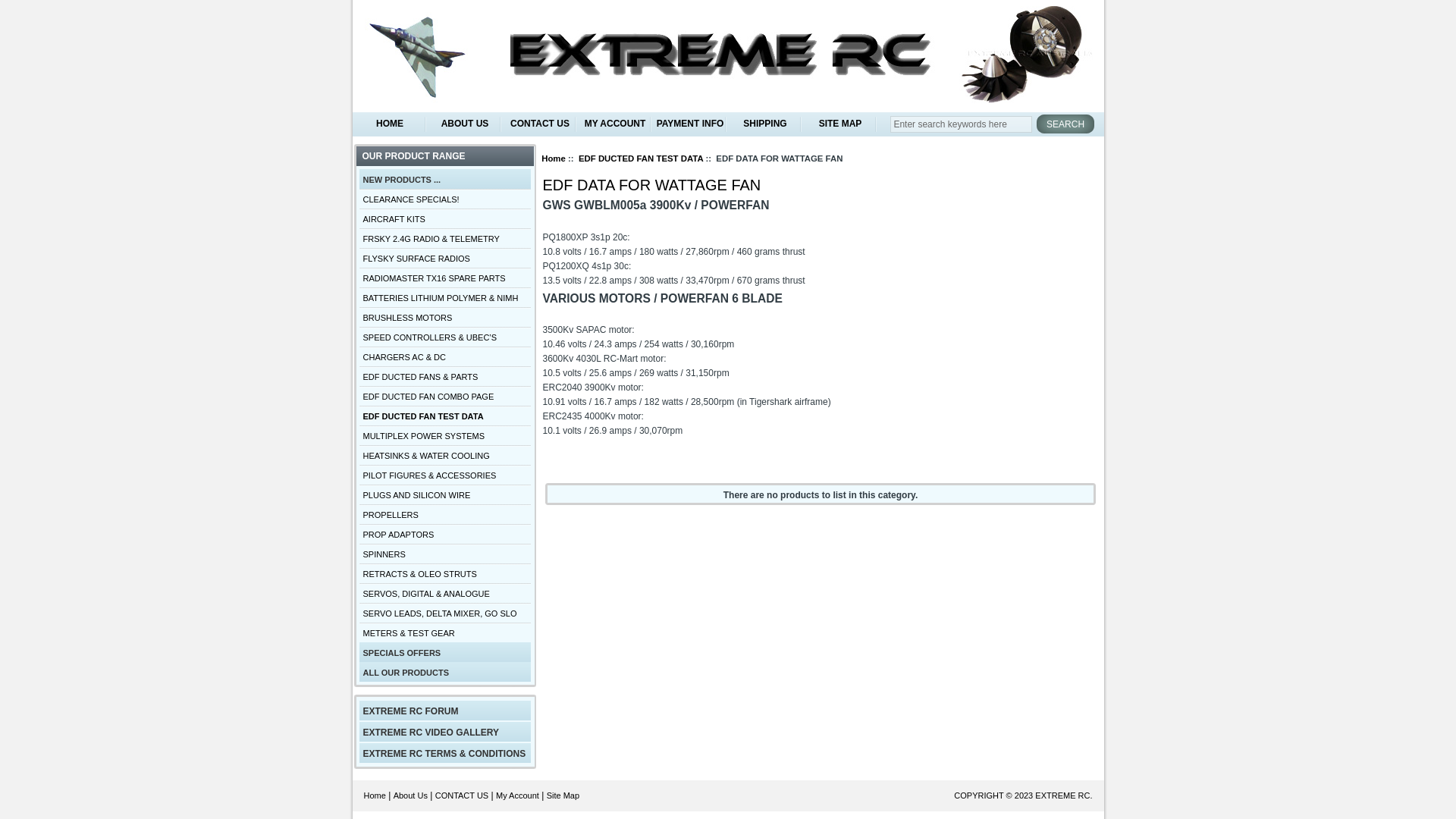 The height and width of the screenshot is (819, 1456). Describe the element at coordinates (1065, 123) in the screenshot. I see `'Search'` at that location.